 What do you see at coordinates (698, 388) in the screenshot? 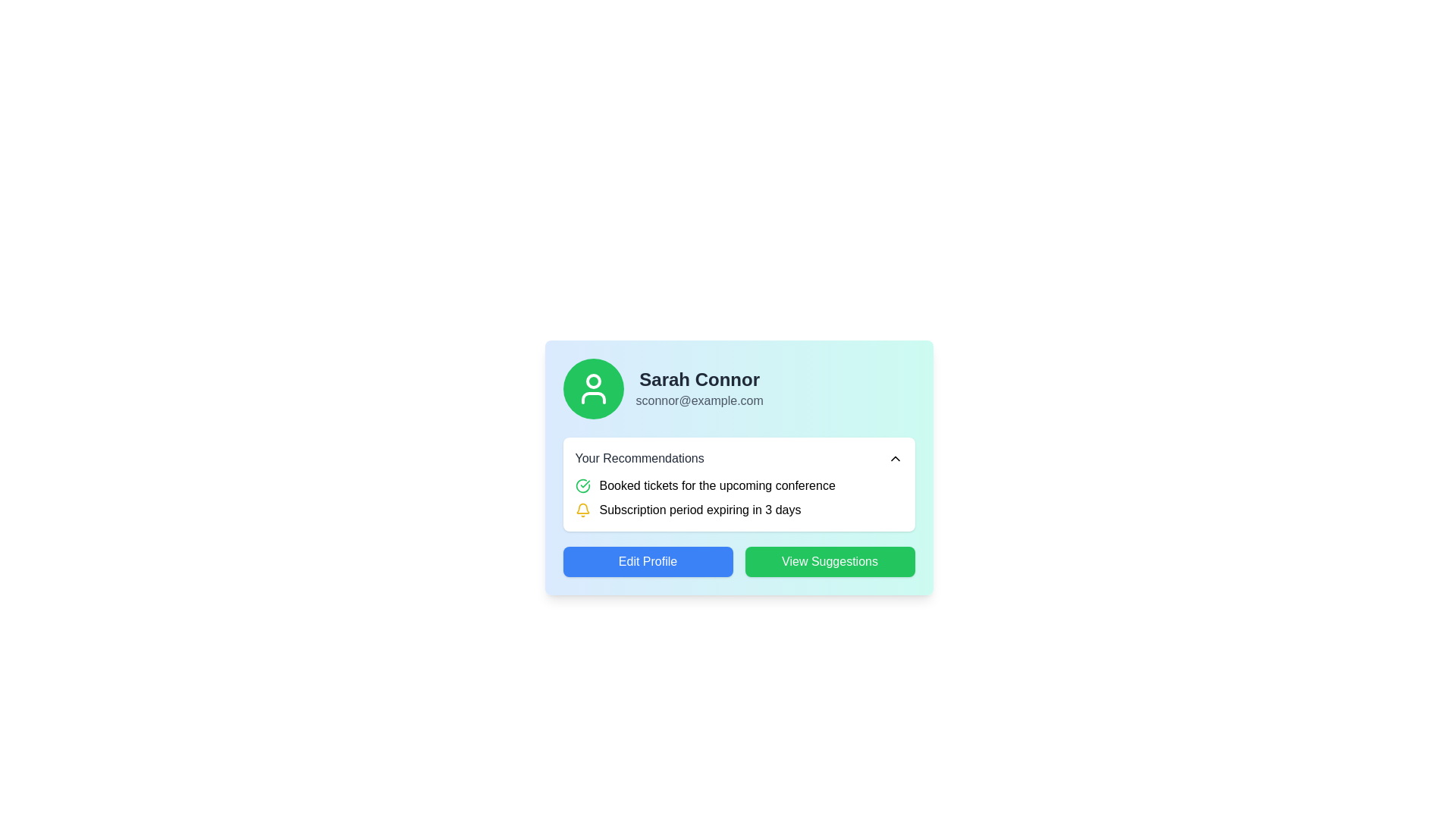
I see `displayed information from the Text block containing 'Sarah Connor' and 'sconnor@example.com', which is located in the upper-right portion of a box with a circular avatar icon to its left` at bounding box center [698, 388].